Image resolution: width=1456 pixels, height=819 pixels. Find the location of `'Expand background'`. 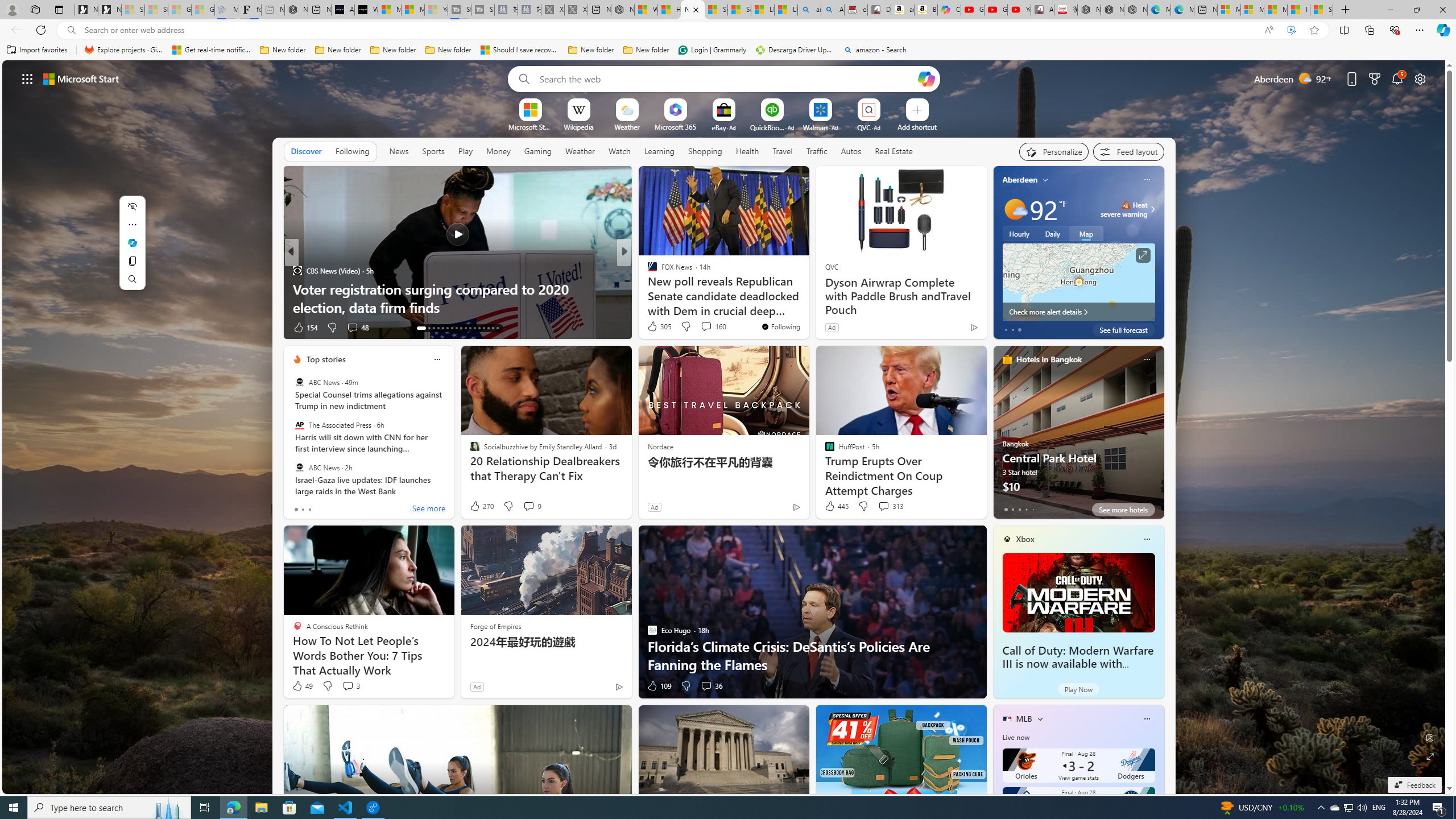

'Expand background' is located at coordinates (1430, 756).